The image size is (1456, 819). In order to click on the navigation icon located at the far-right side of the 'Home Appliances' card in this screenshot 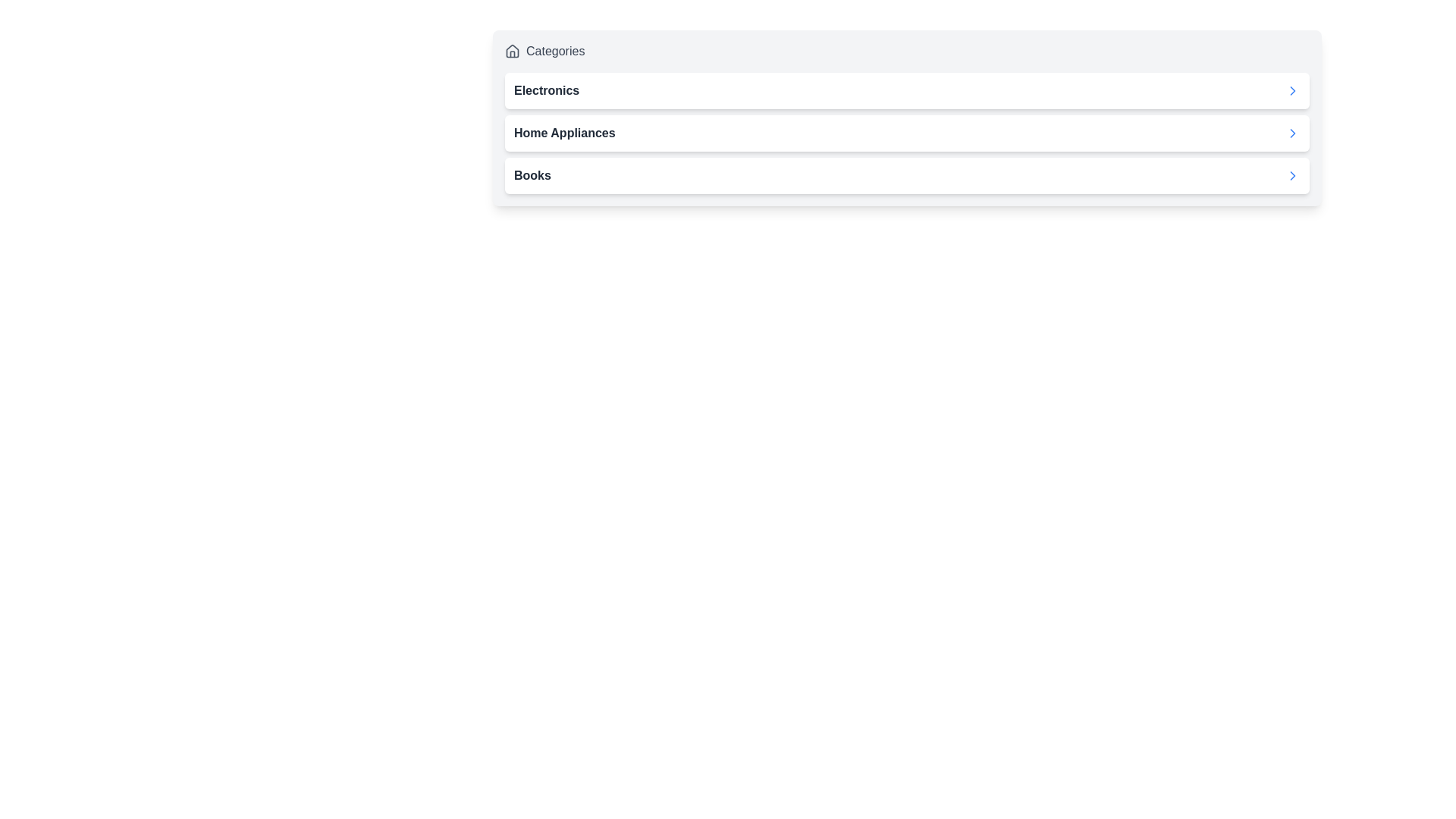, I will do `click(1291, 133)`.